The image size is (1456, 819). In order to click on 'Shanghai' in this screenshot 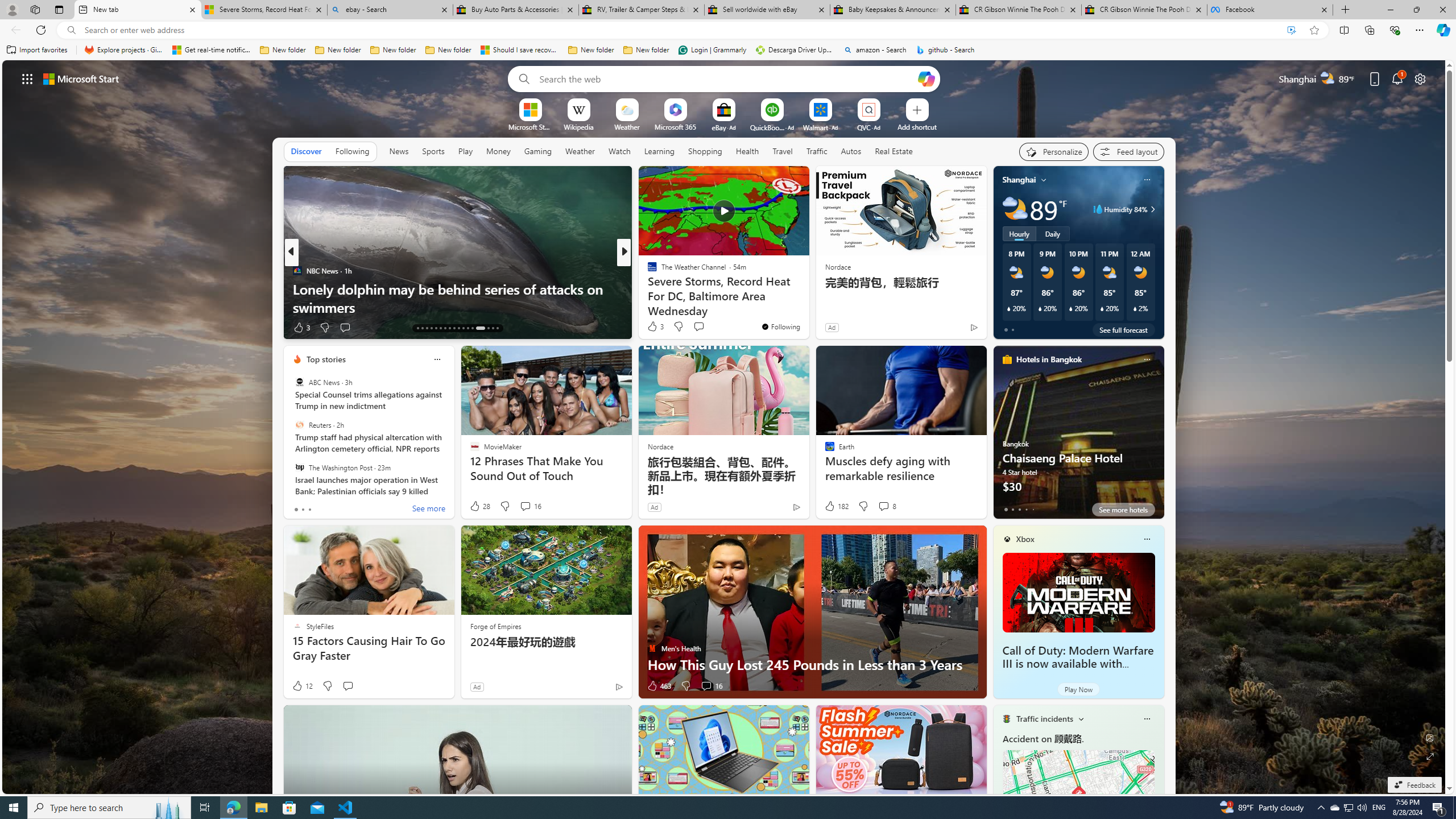, I will do `click(1019, 179)`.